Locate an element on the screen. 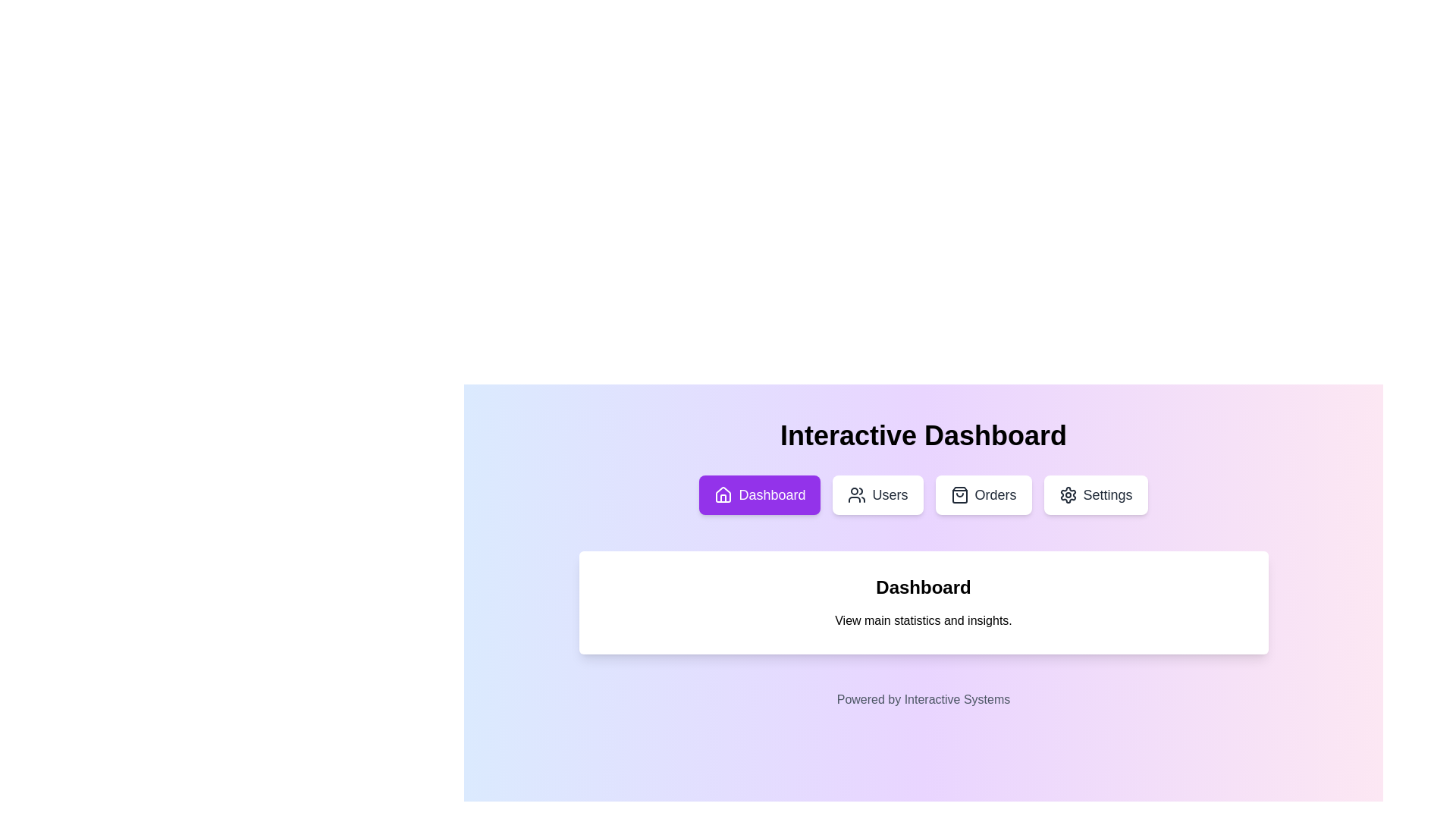 This screenshot has height=819, width=1456. the settings button, the fourth button in a horizontal row of four buttons is located at coordinates (1095, 494).